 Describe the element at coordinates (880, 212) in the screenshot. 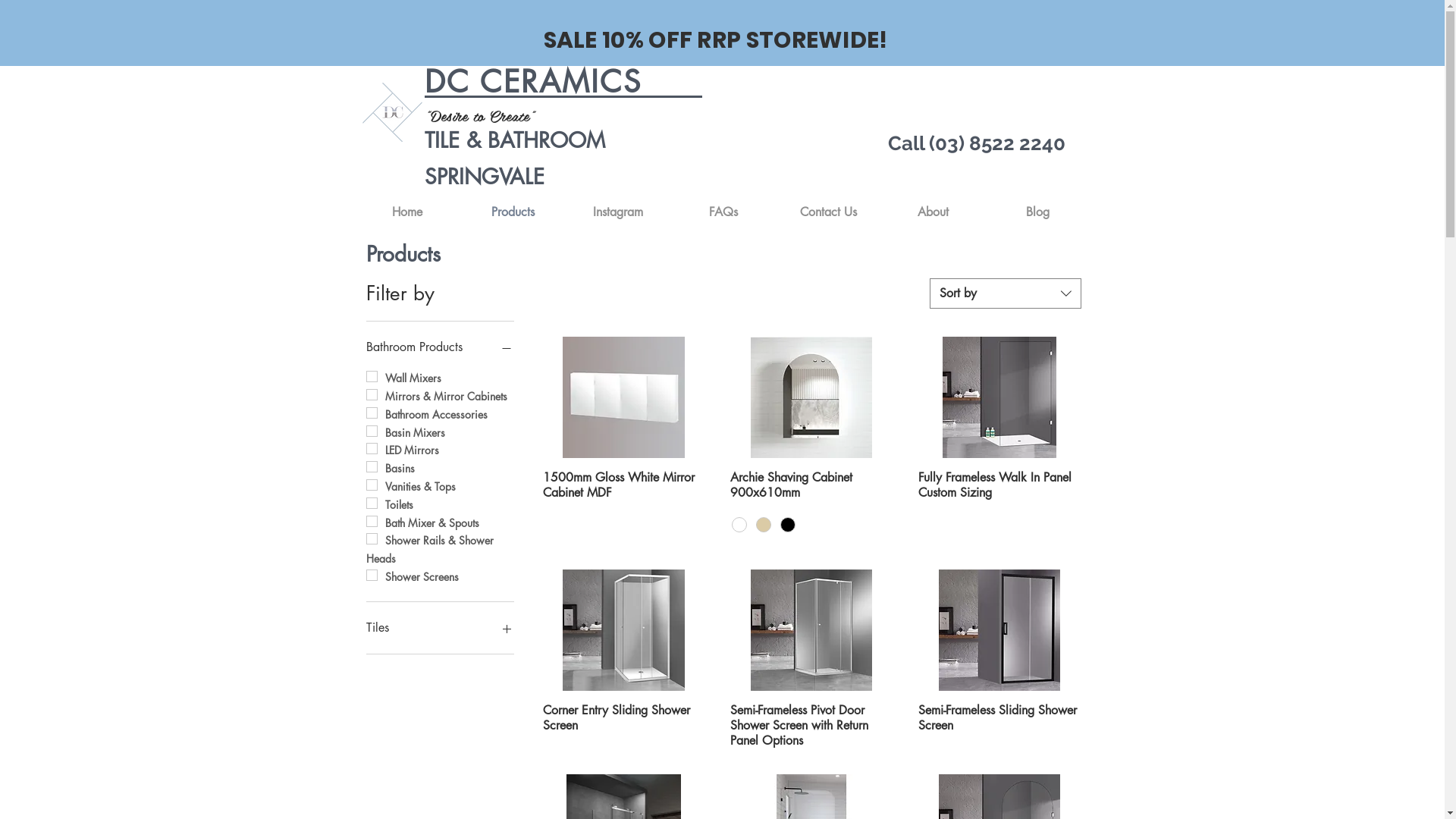

I see `'About'` at that location.